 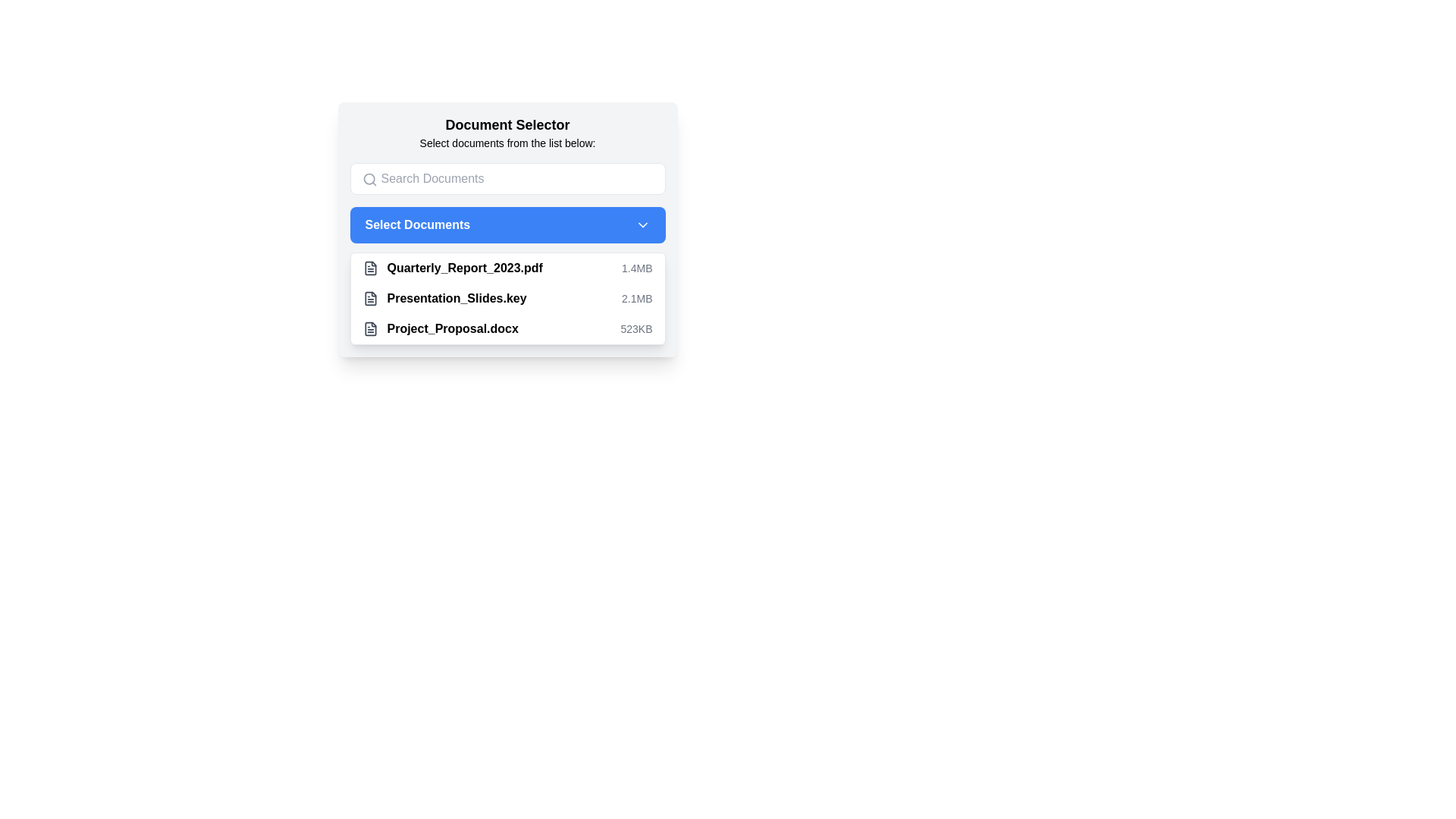 I want to click on text from the Text Label displaying '523KB', which is located in the third row of the file list to the right of 'Project_Proposal.docx', so click(x=636, y=328).